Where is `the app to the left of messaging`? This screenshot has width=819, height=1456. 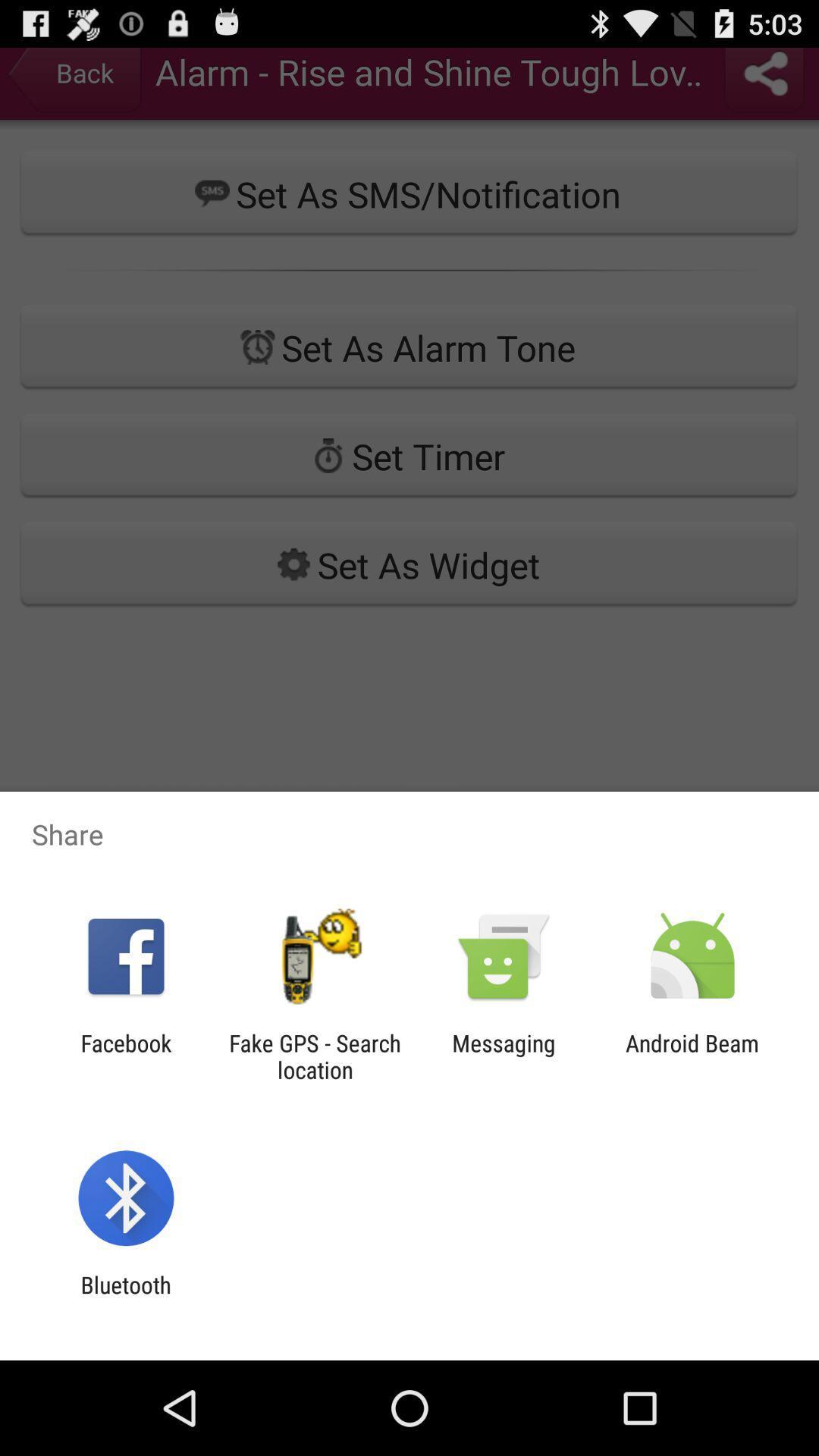 the app to the left of messaging is located at coordinates (314, 1056).